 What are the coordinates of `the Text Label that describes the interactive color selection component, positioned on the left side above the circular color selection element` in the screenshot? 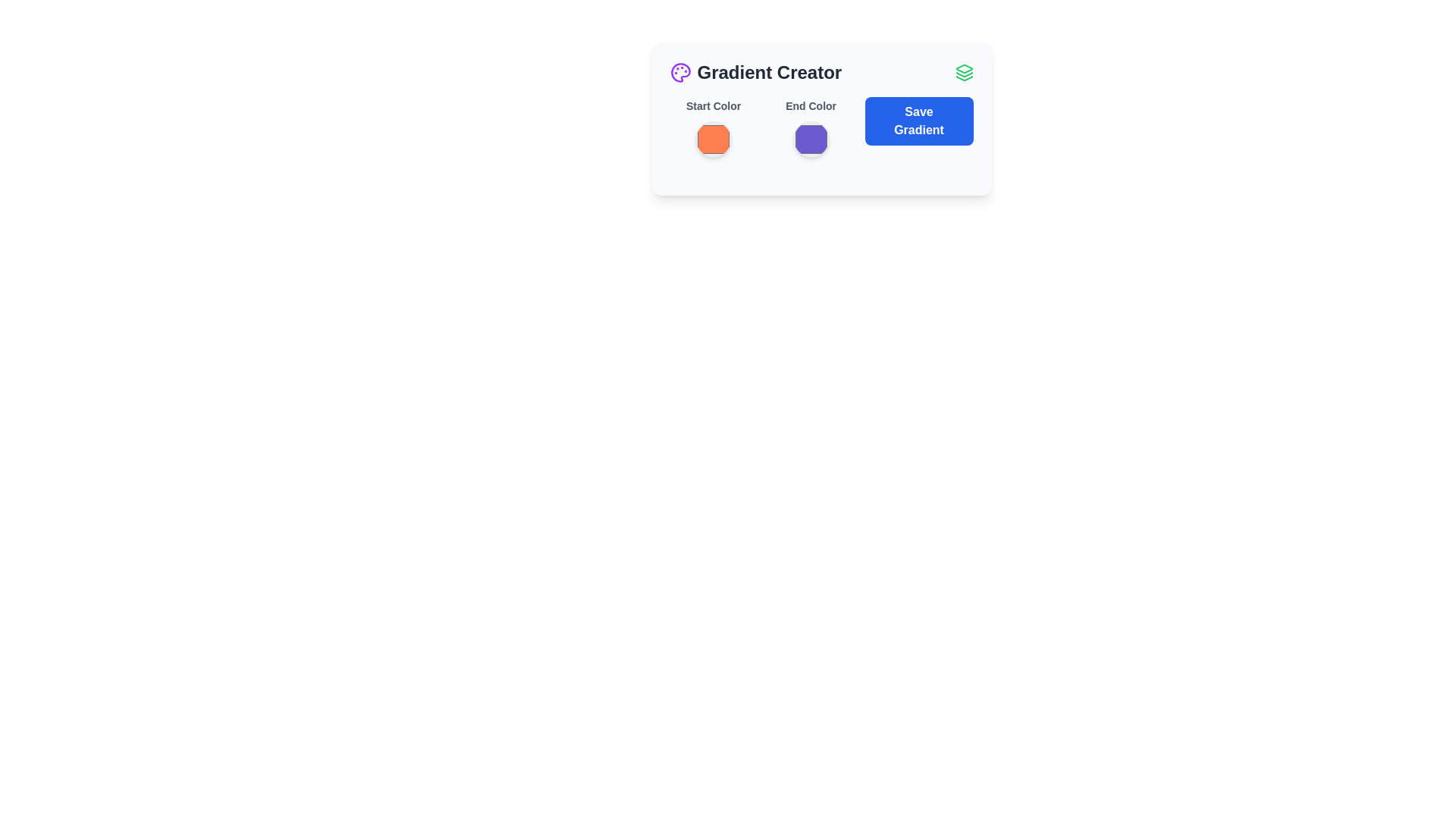 It's located at (712, 105).